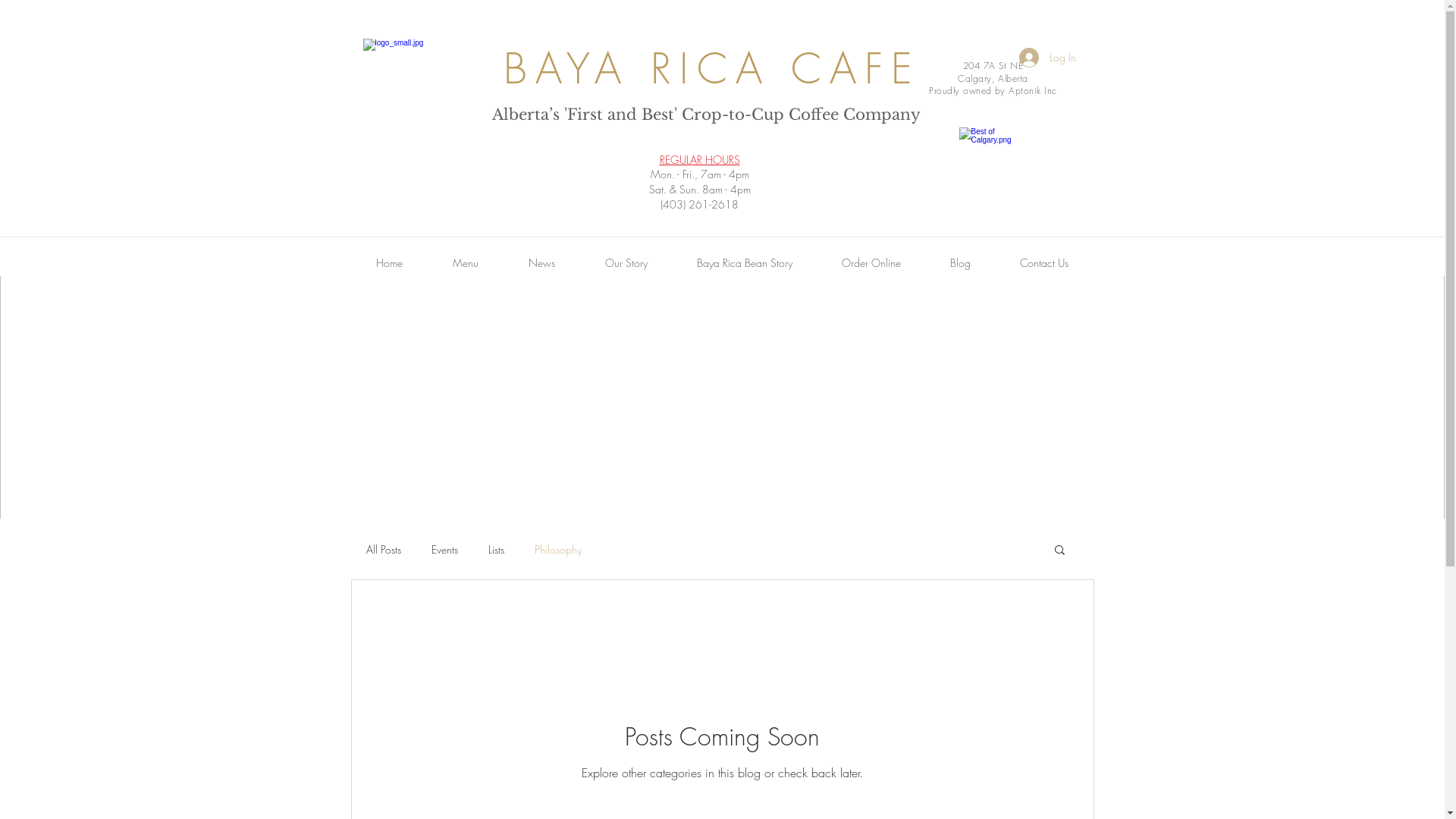 The height and width of the screenshot is (819, 1456). I want to click on 'News', so click(541, 262).